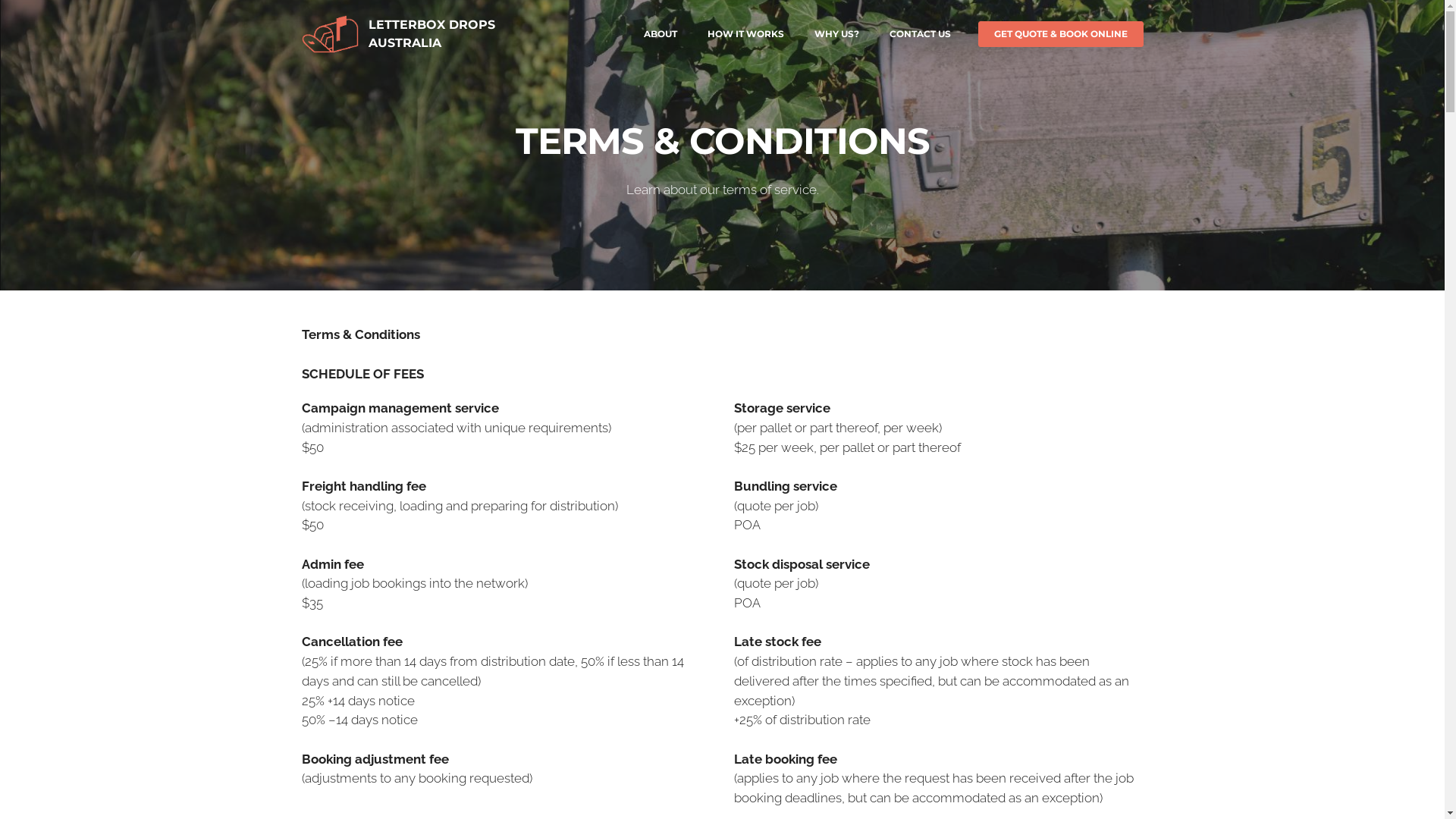 The height and width of the screenshot is (819, 1456). I want to click on 'LETTERBOX DROPS, so click(431, 34).